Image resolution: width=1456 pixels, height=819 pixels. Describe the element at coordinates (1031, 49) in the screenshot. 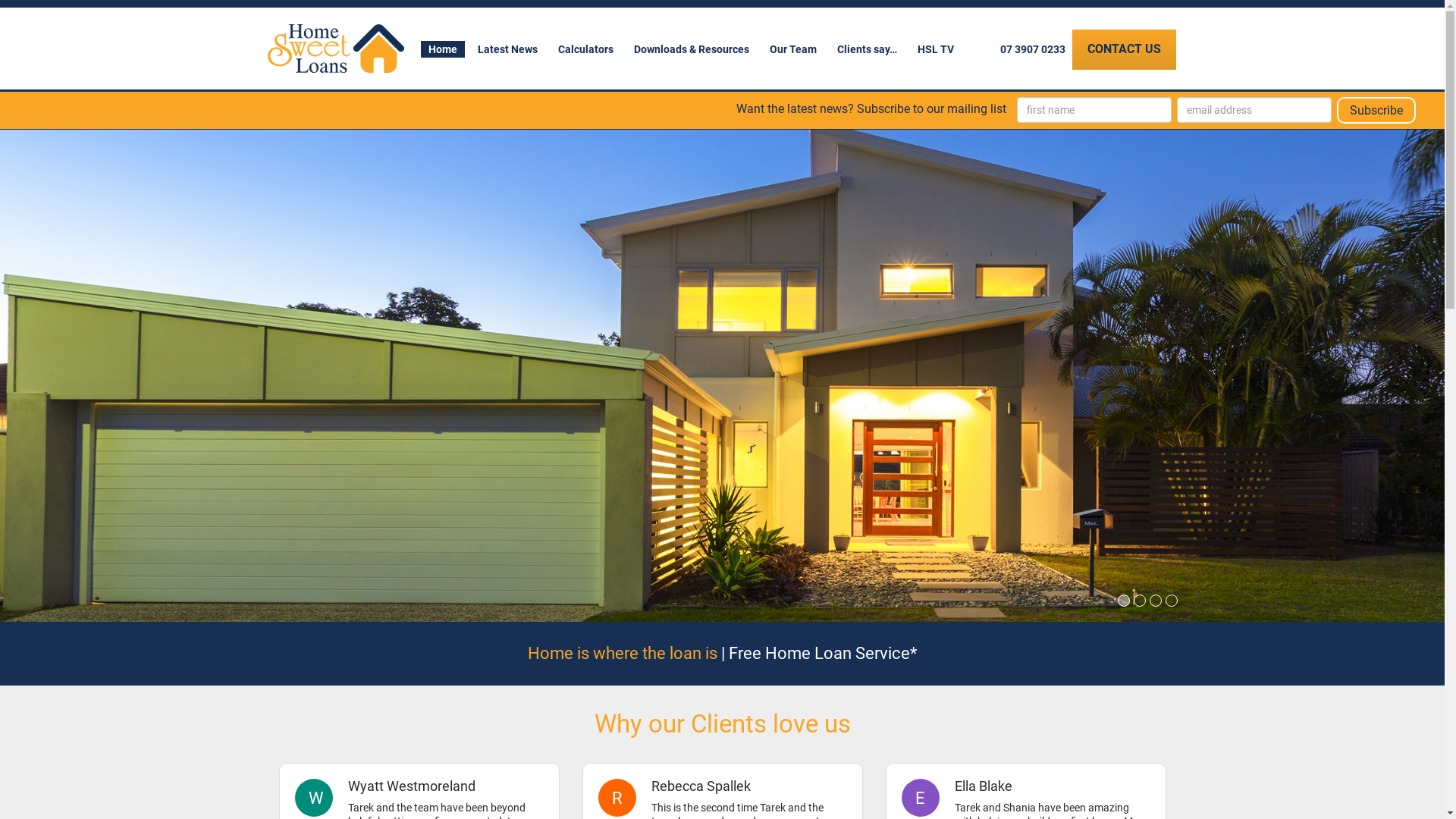

I see `'07 3907 0233'` at that location.